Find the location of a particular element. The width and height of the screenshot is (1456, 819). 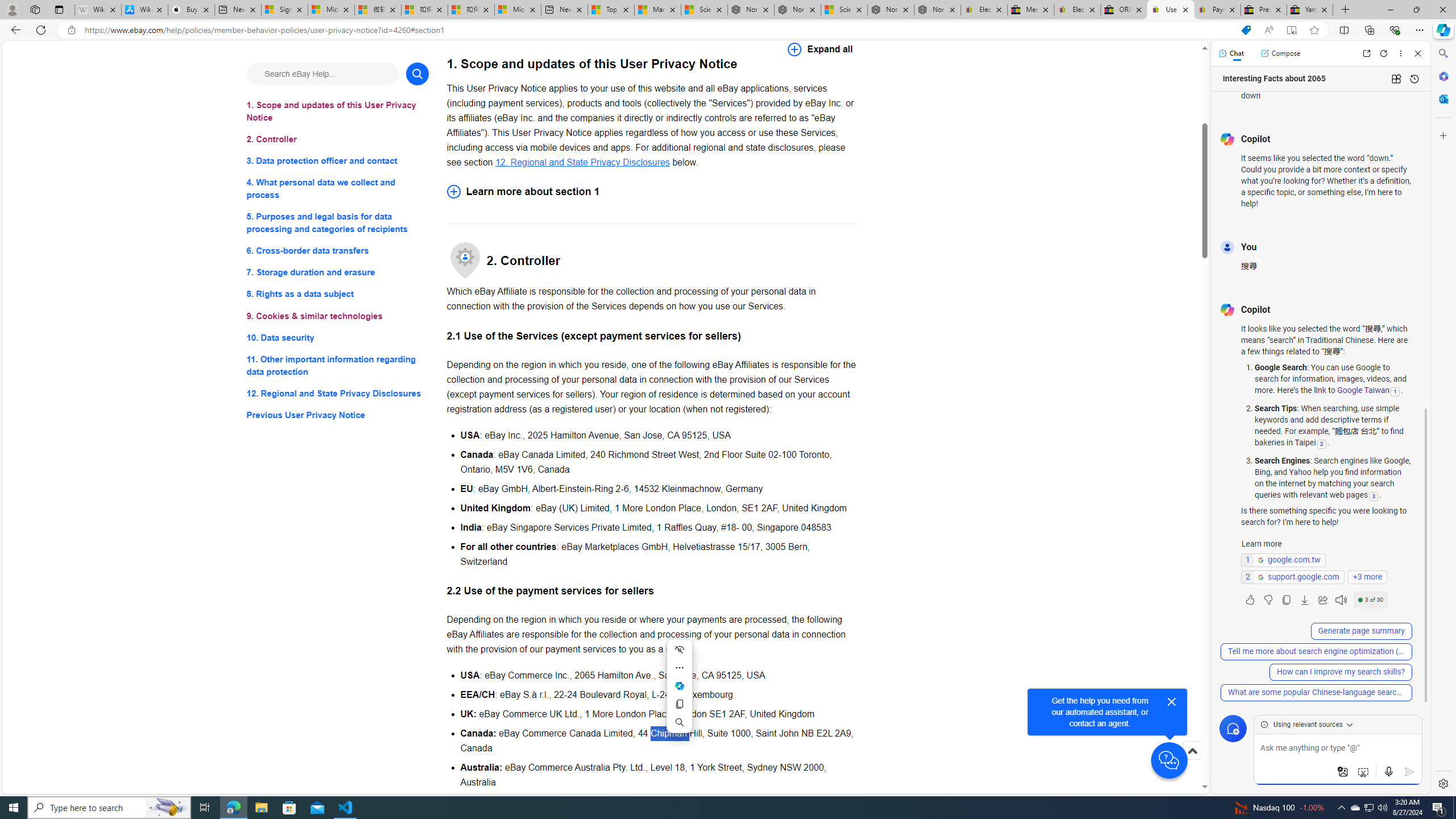

'3. Data protection officer and contact' is located at coordinates (337, 161).